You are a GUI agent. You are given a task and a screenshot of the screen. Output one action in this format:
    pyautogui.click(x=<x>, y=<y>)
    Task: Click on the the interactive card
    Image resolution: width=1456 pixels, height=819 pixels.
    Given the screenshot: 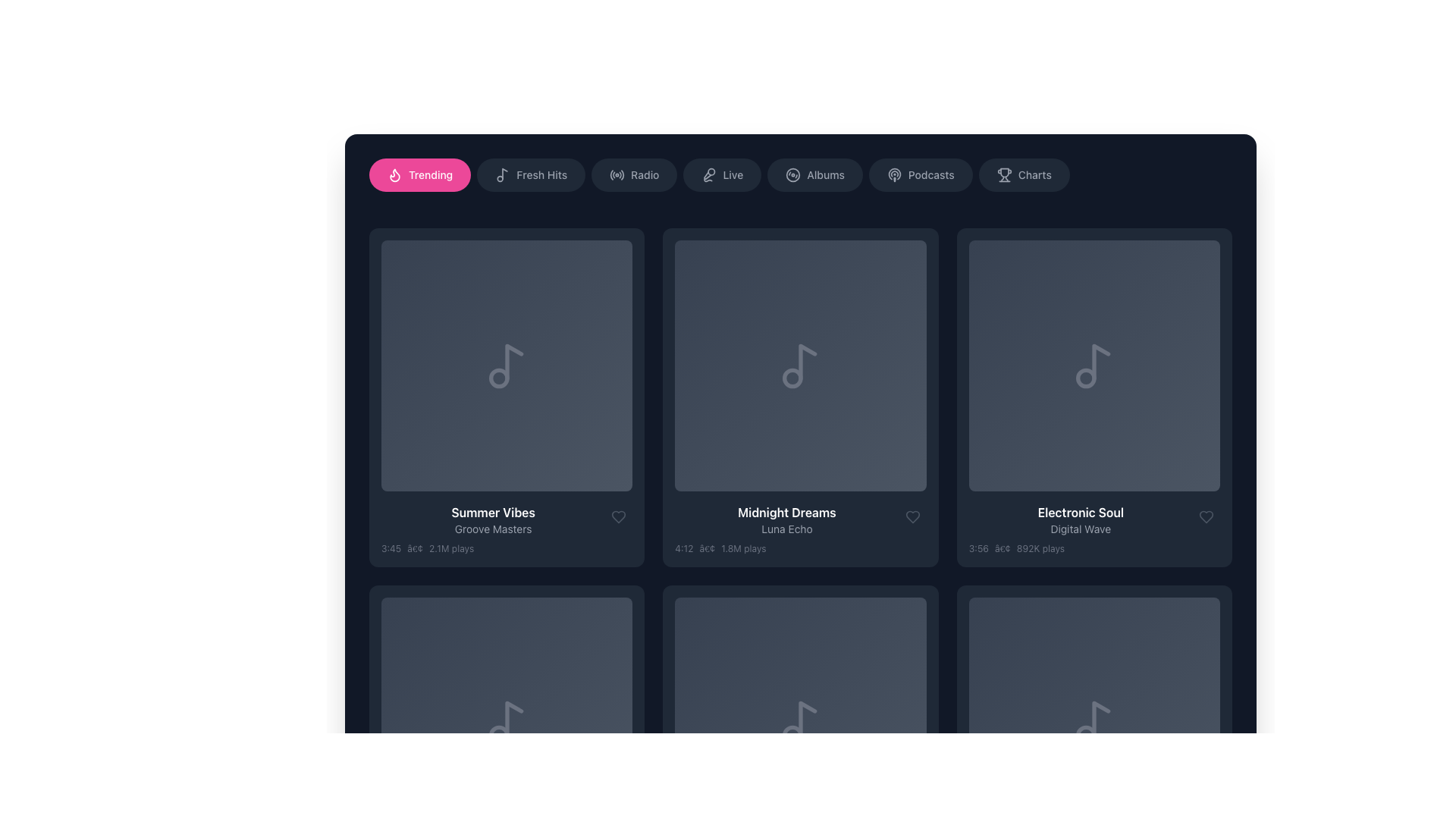 What is the action you would take?
    pyautogui.click(x=507, y=397)
    